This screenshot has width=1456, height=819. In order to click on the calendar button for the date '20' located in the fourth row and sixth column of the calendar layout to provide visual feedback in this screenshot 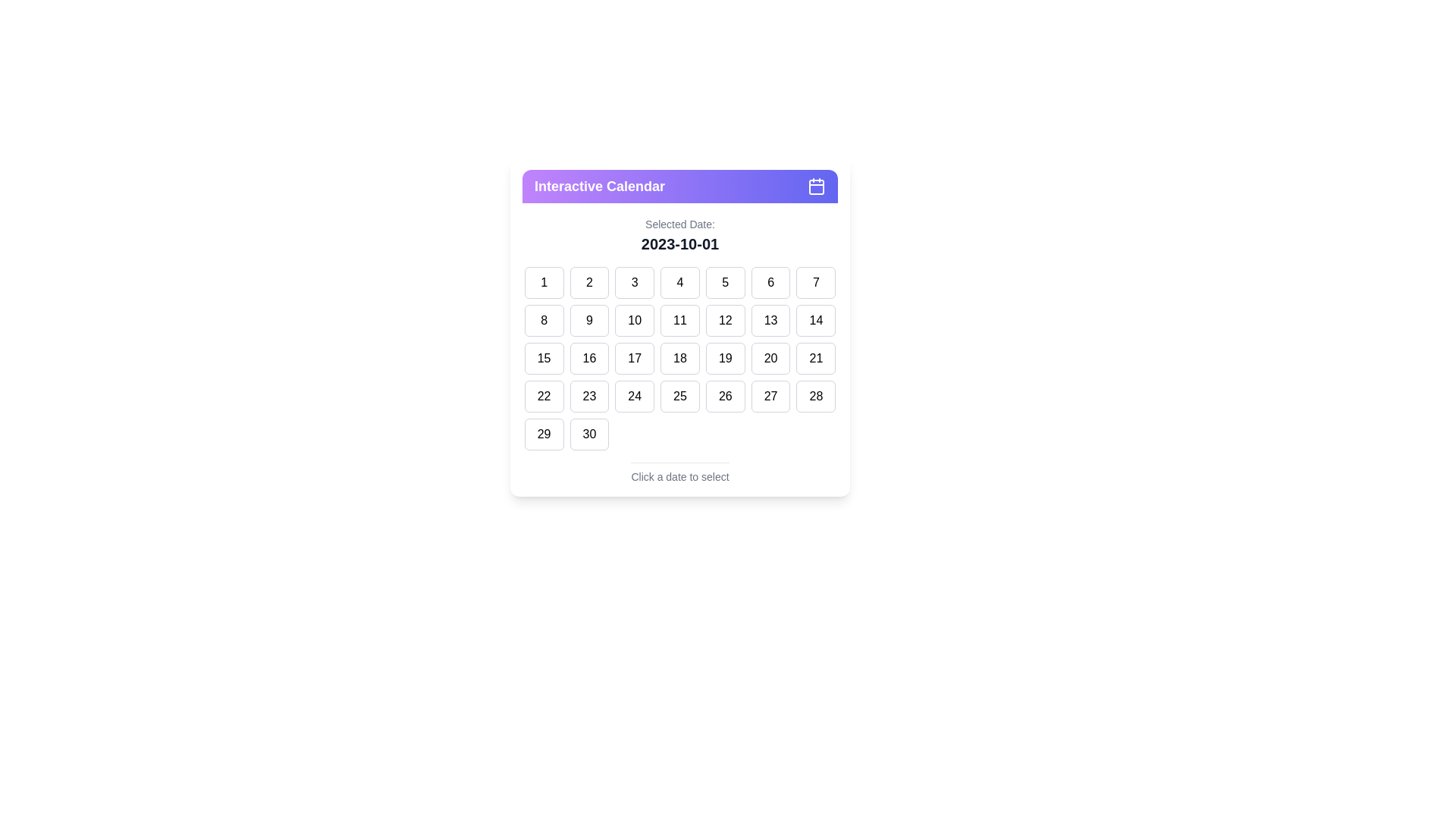, I will do `click(770, 359)`.